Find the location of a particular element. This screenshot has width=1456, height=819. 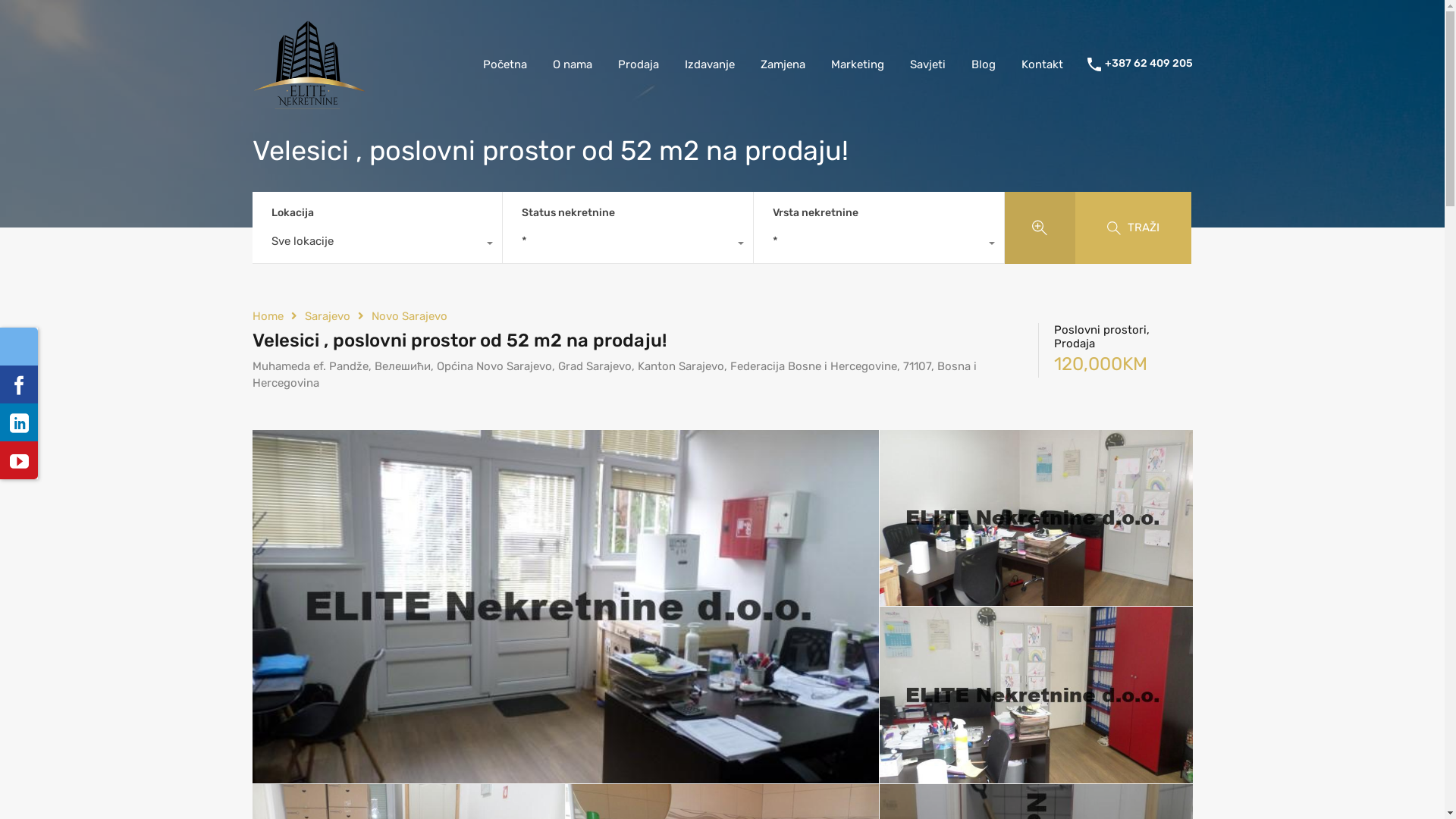

'Home' is located at coordinates (251, 315).